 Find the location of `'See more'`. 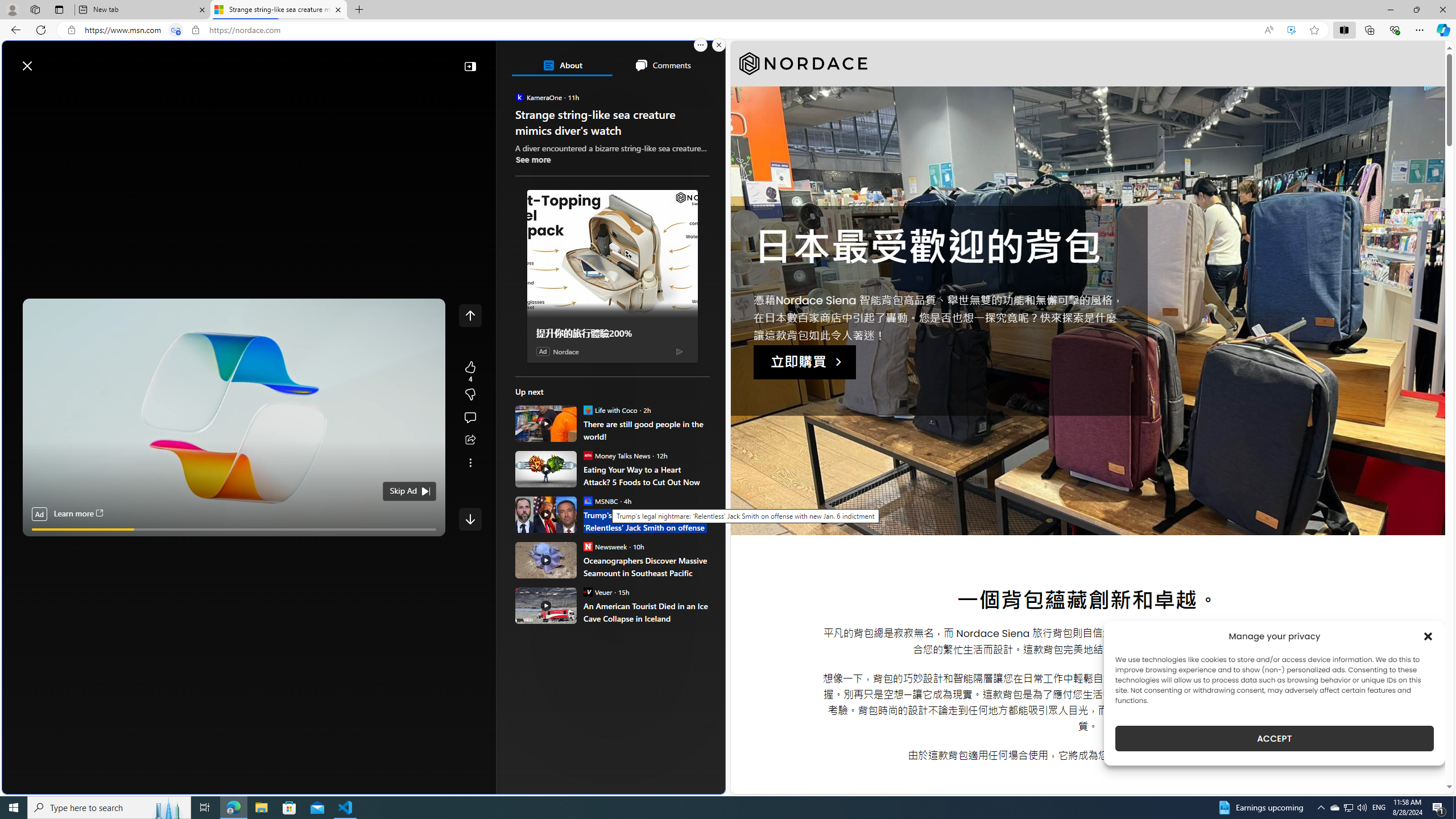

'See more' is located at coordinates (533, 159).